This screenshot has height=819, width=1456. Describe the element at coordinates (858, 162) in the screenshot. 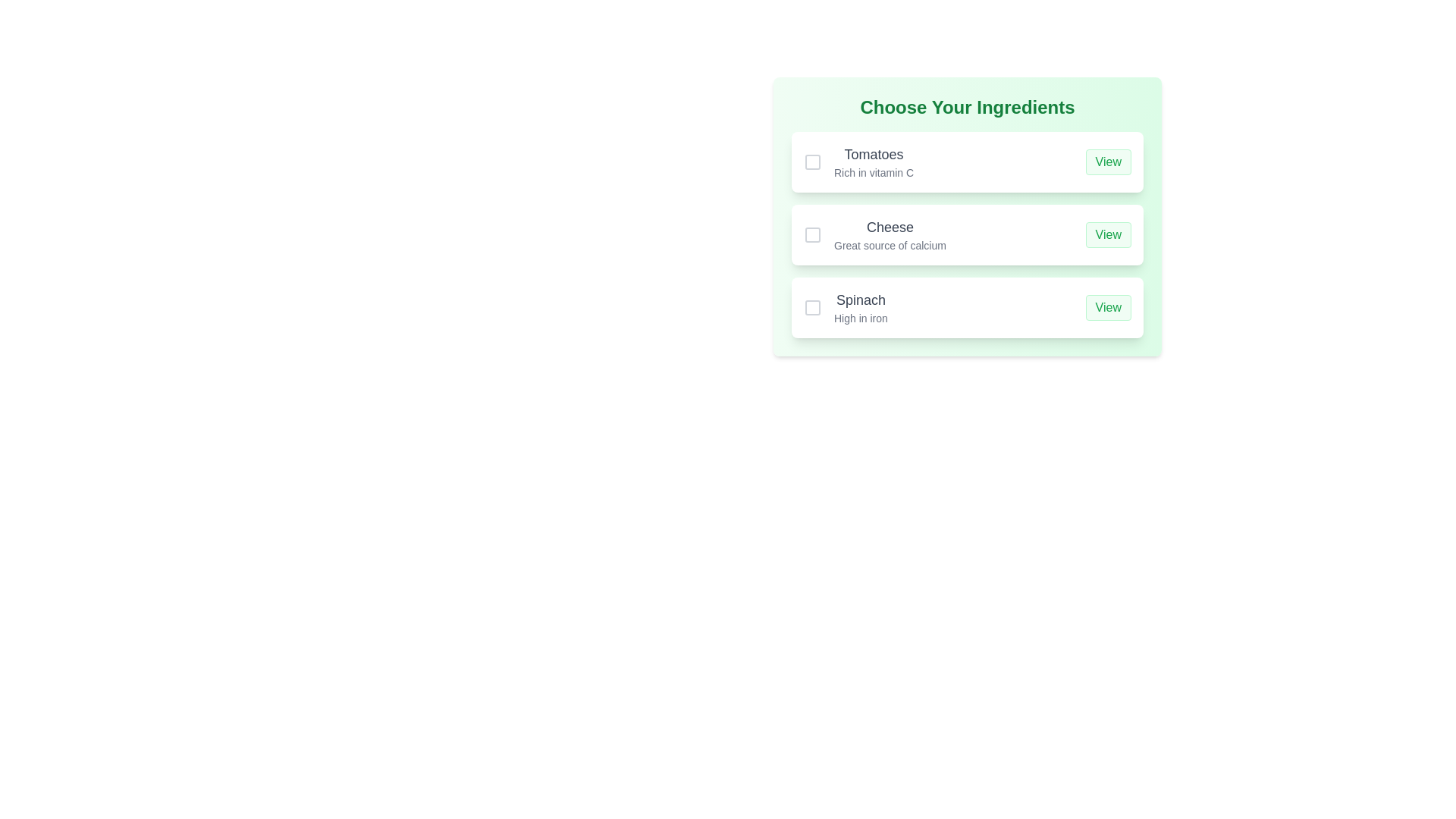

I see `the text block displaying 'Tomatoes' and 'Rich in vitamin C', which is located left-aligned in the item row under 'Choose Your Ingredients', between a checkbox and a 'View' button` at that location.